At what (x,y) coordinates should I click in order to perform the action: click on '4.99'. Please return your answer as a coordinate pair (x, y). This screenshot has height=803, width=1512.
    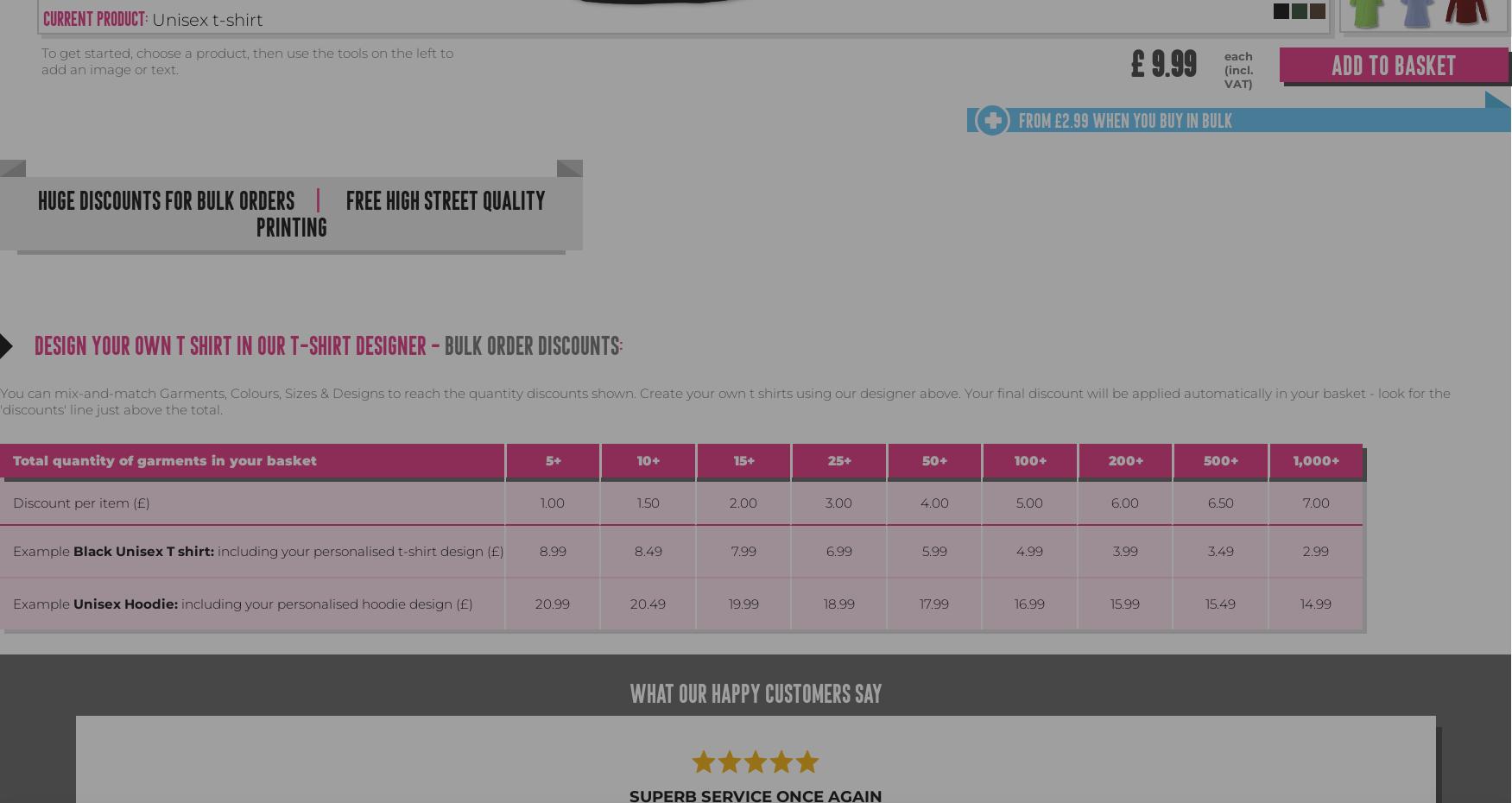
    Looking at the image, I should click on (1028, 550).